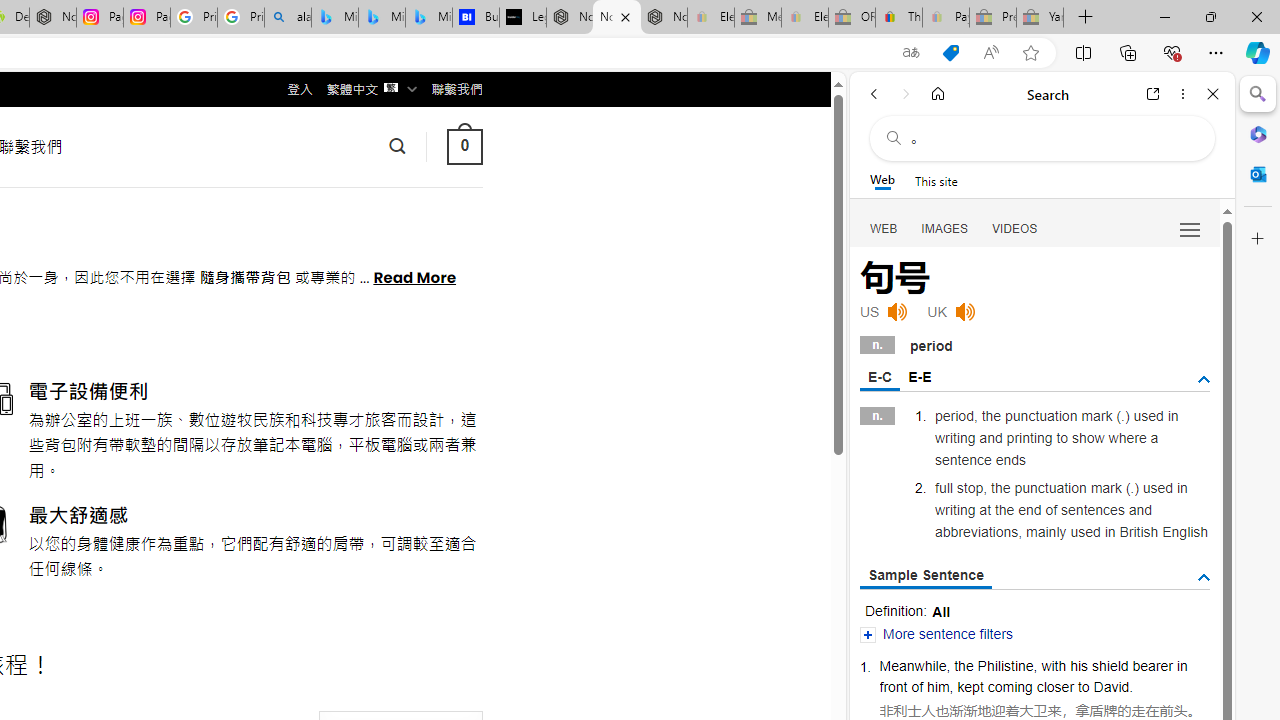 The image size is (1280, 720). Describe the element at coordinates (993, 17) in the screenshot. I see `'Press Room - eBay Inc. - Sleeping'` at that location.